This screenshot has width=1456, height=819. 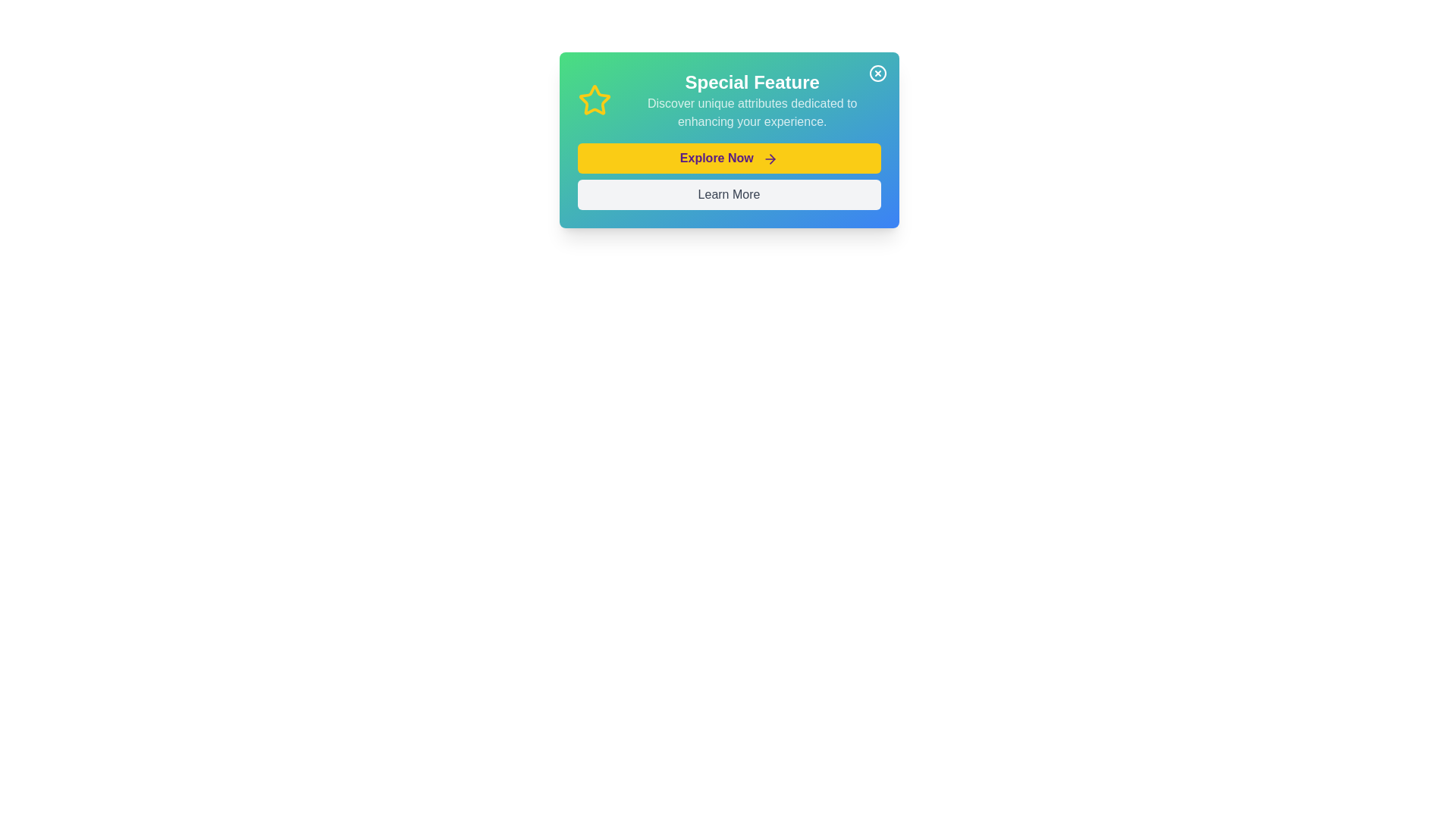 I want to click on the iconic close button represented by a circular element located in the top-right corner of the card, so click(x=877, y=73).